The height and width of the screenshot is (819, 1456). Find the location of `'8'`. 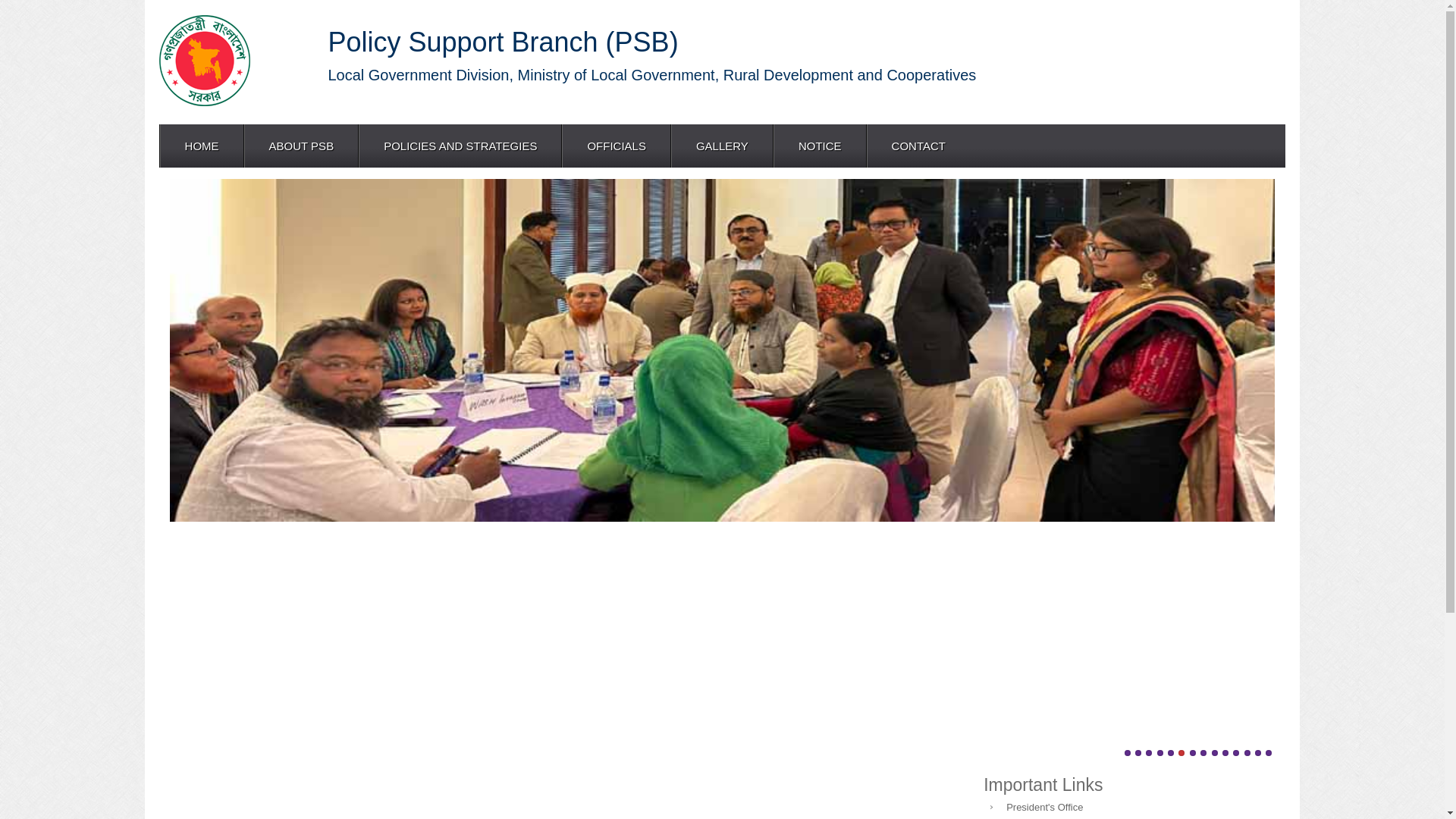

'8' is located at coordinates (1203, 752).